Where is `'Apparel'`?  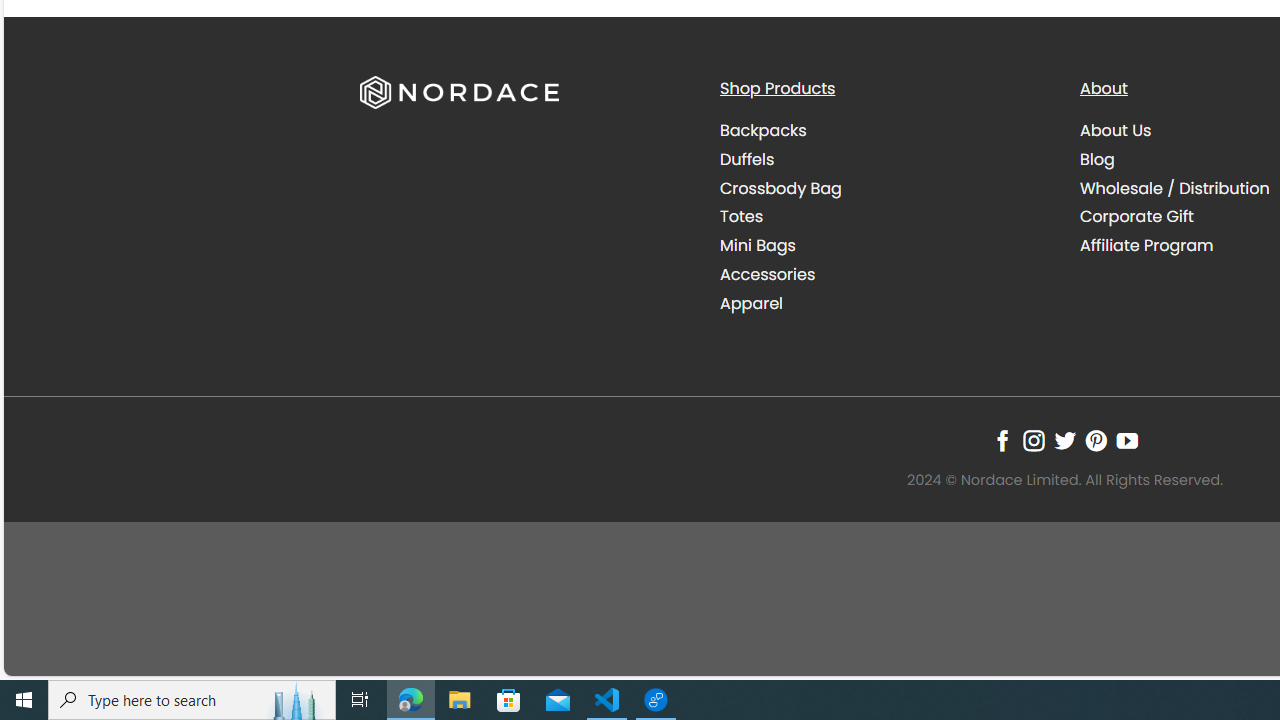 'Apparel' is located at coordinates (750, 303).